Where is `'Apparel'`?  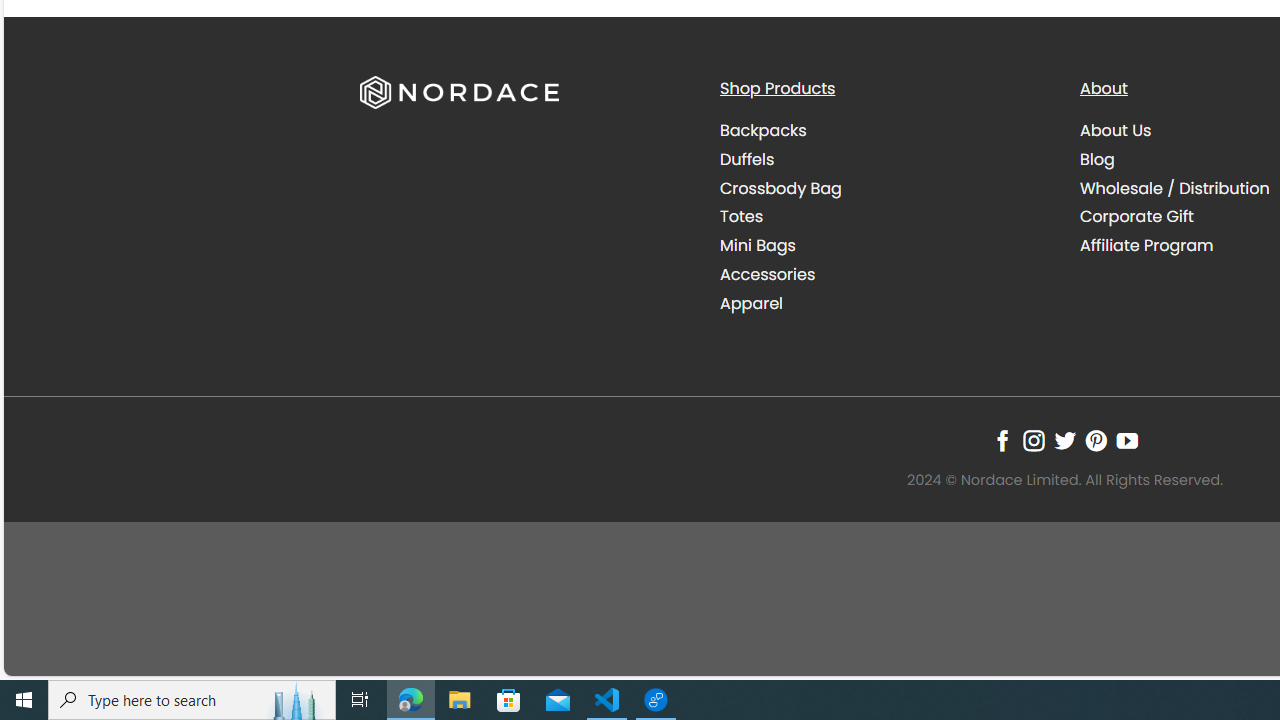 'Apparel' is located at coordinates (750, 303).